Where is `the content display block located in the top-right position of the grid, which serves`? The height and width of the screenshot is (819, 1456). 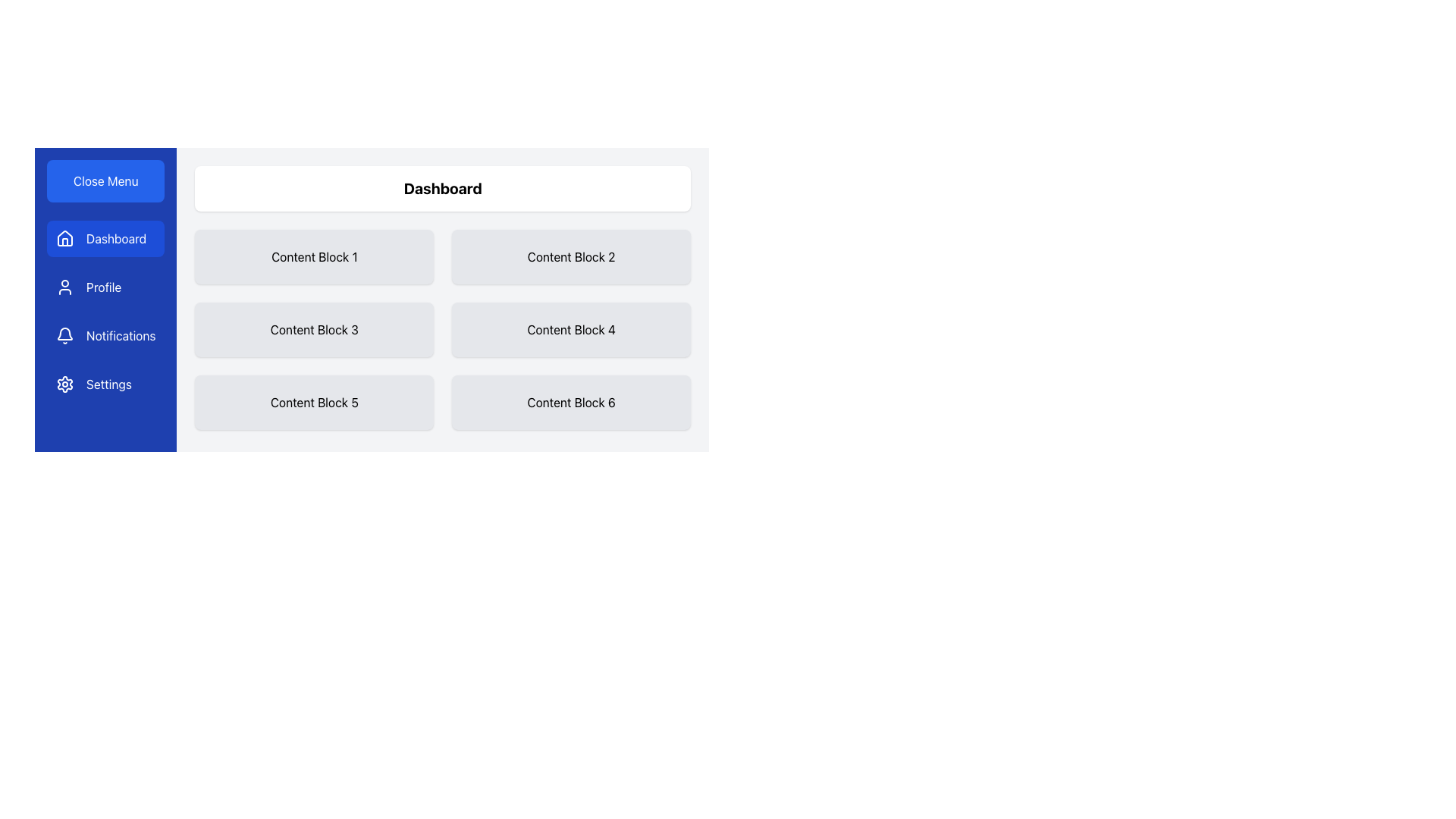
the content display block located in the top-right position of the grid, which serves is located at coordinates (570, 256).